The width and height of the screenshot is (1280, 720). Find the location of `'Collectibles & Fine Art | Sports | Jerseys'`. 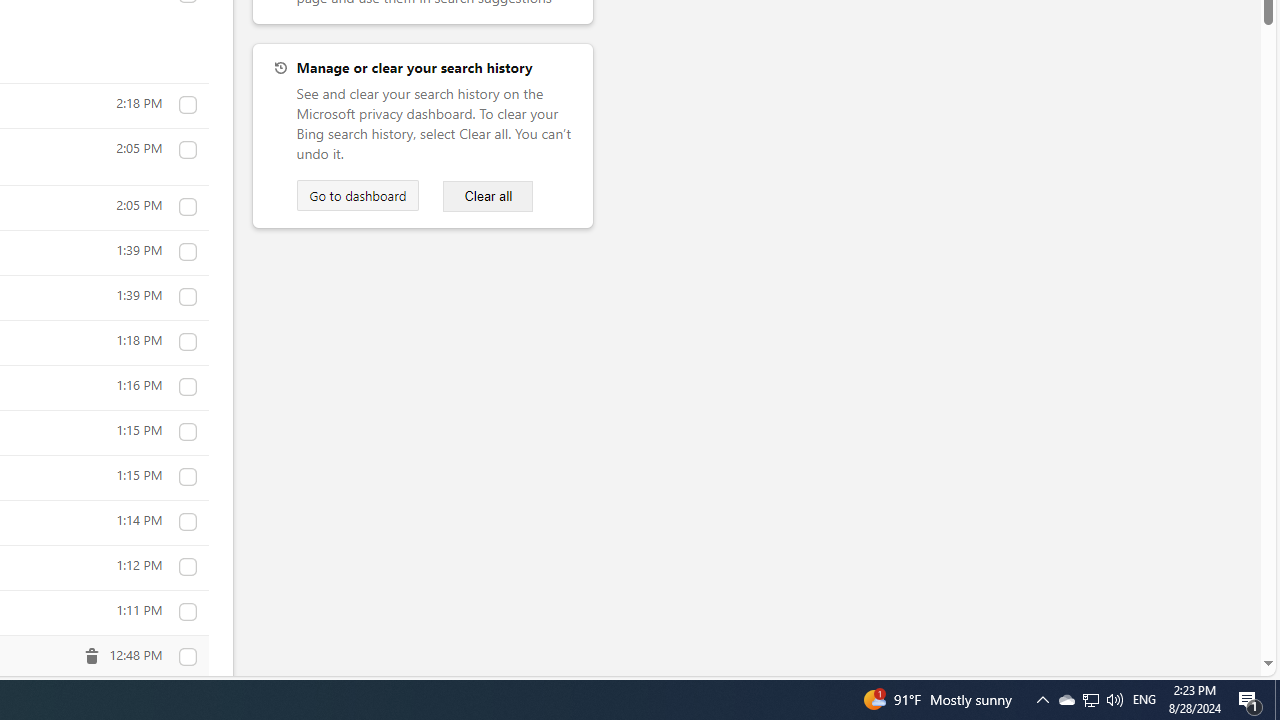

'Collectibles & Fine Art | Sports | Jerseys' is located at coordinates (187, 657).